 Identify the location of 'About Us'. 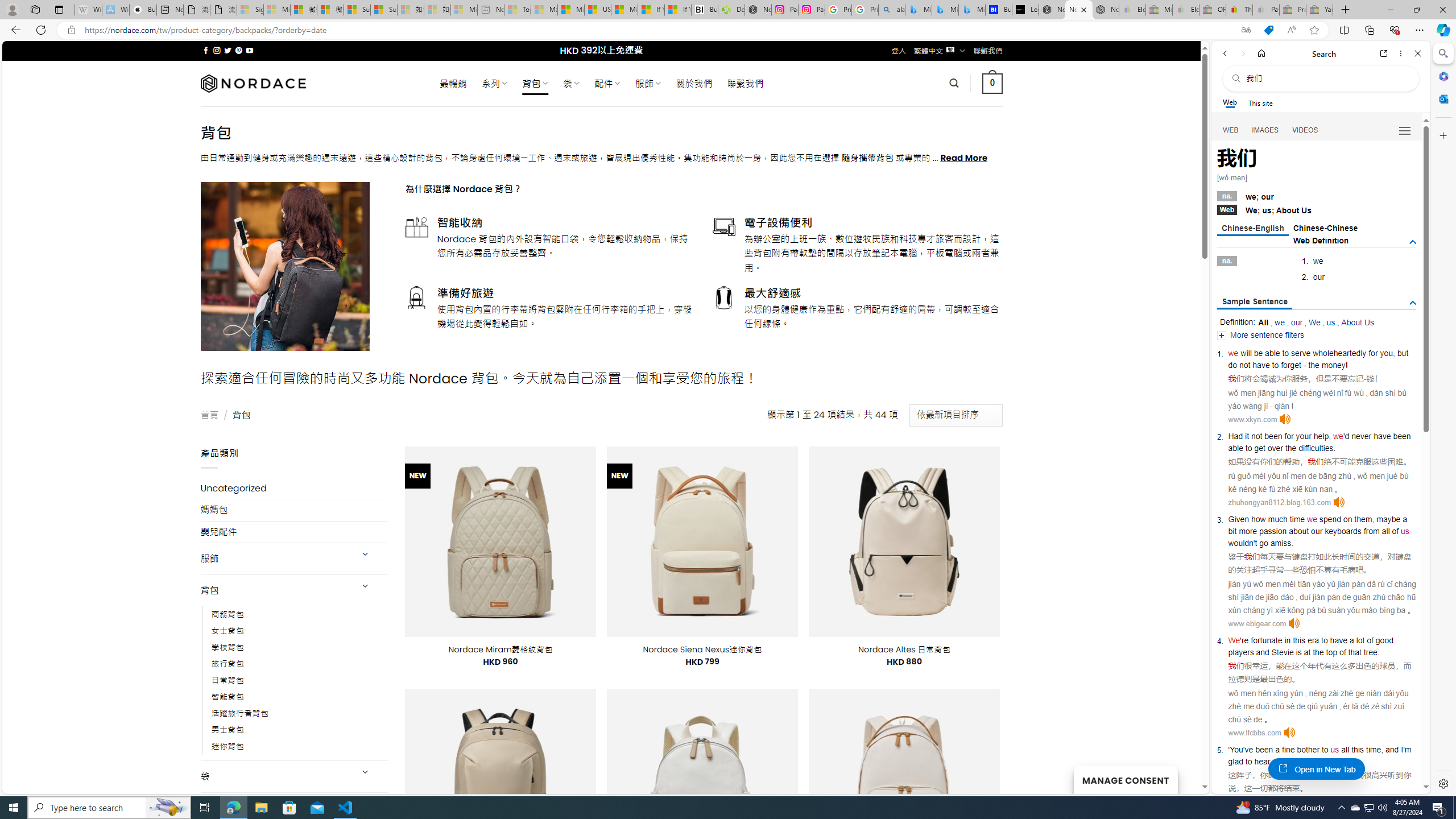
(1357, 322).